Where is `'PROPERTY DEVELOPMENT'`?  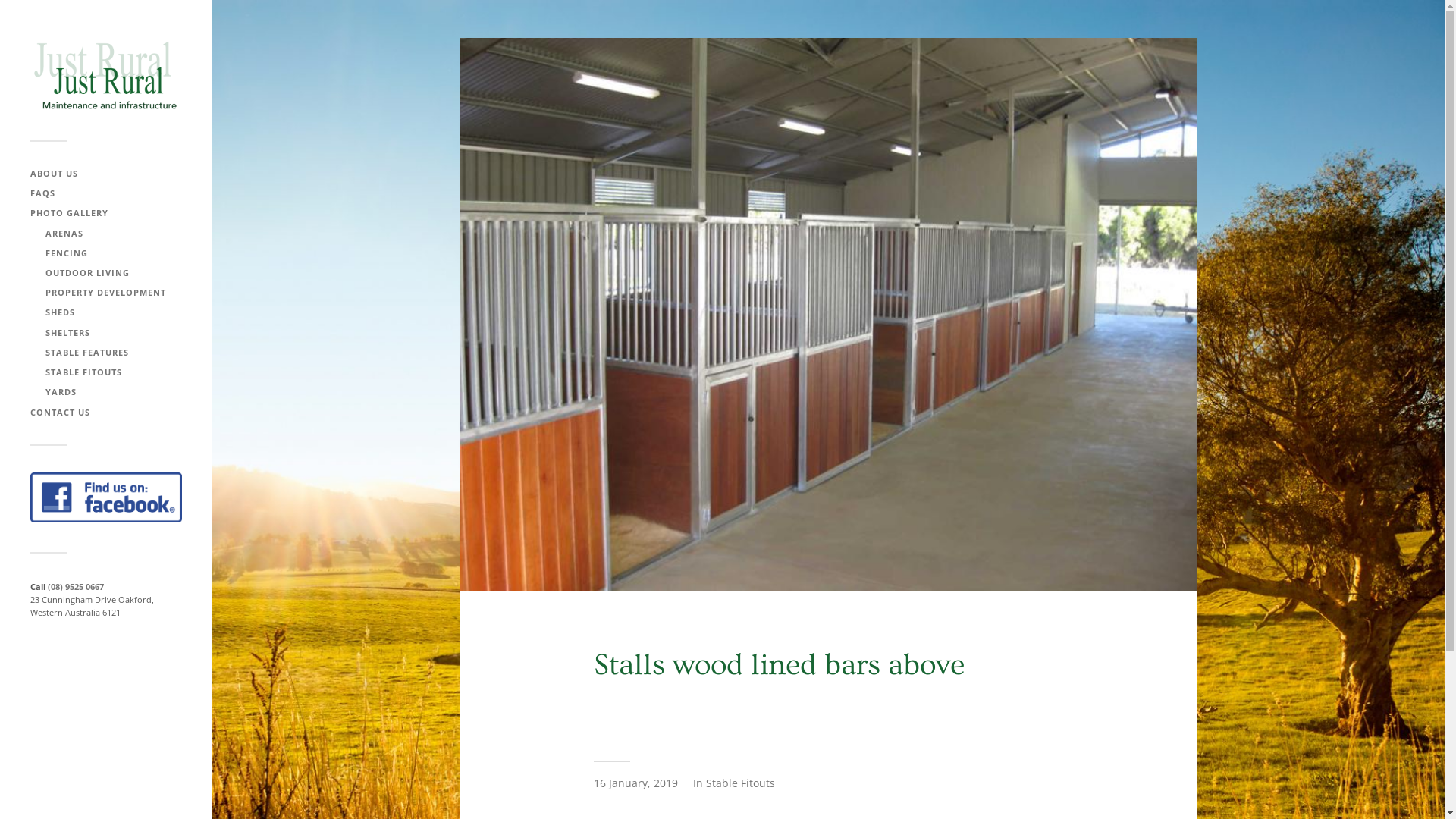 'PROPERTY DEVELOPMENT' is located at coordinates (105, 292).